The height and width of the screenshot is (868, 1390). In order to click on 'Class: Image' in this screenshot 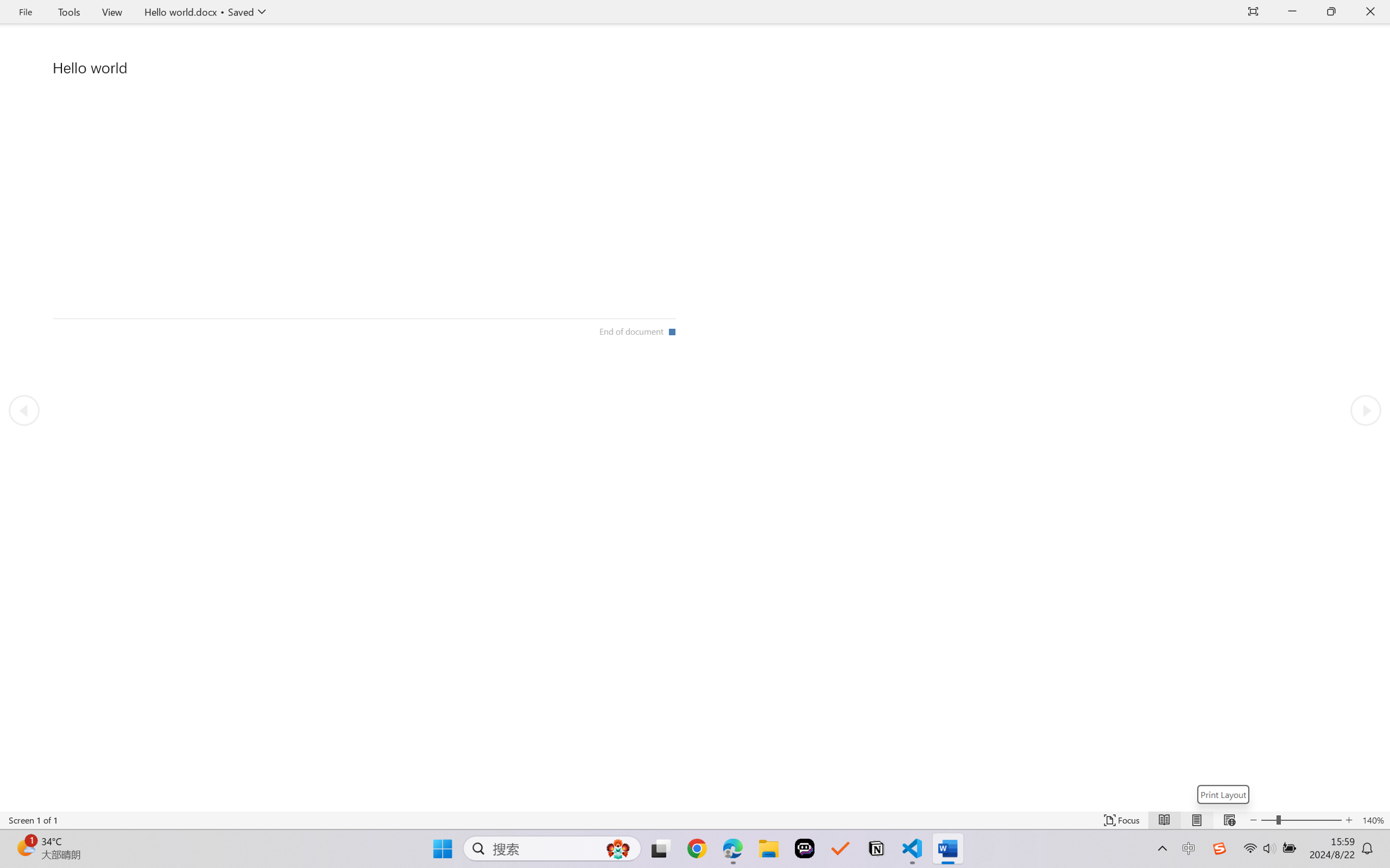, I will do `click(1219, 848)`.